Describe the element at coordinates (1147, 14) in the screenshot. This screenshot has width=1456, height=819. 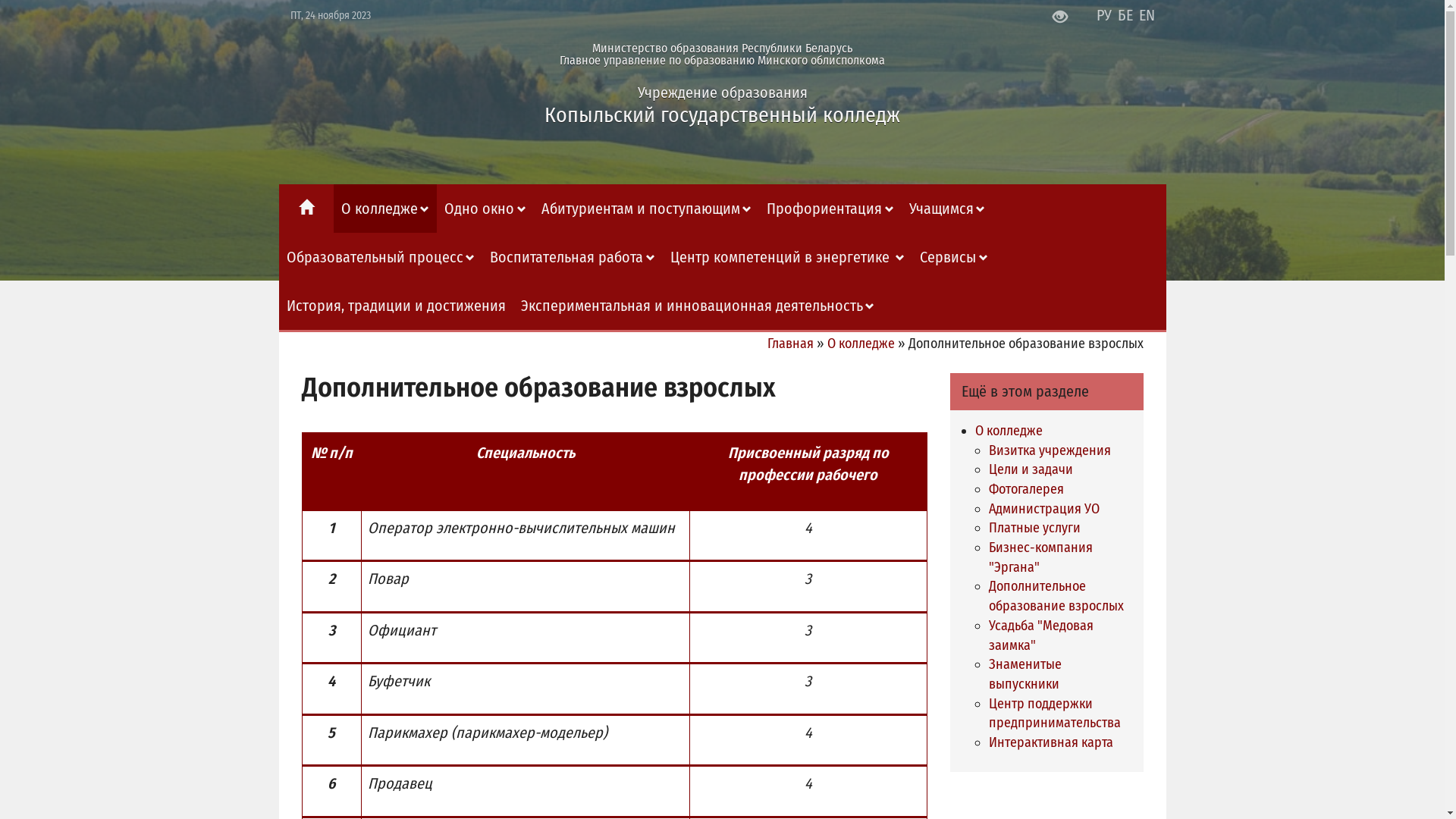
I see `'EN'` at that location.